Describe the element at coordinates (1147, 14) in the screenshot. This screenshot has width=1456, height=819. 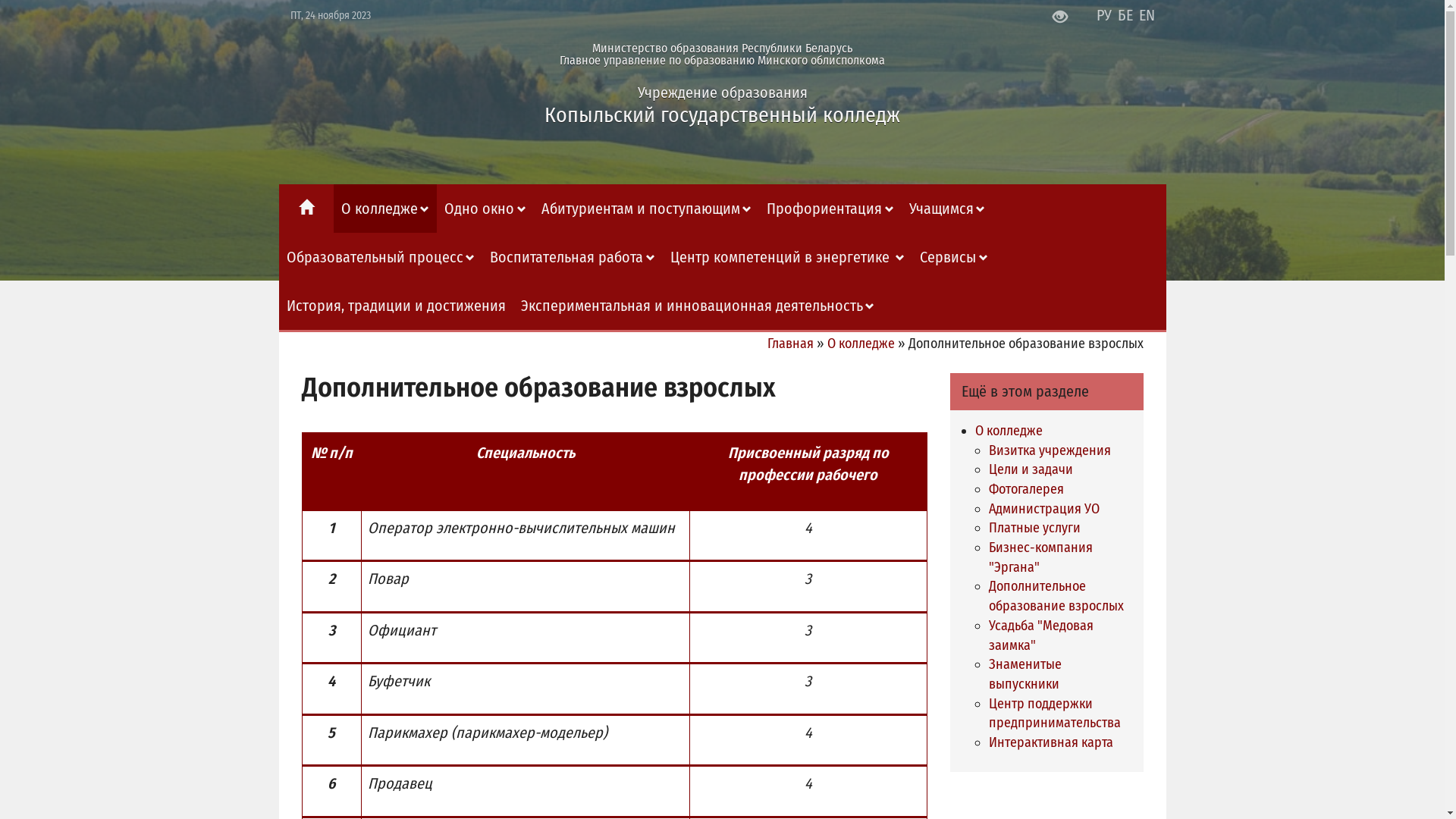
I see `'EN'` at that location.